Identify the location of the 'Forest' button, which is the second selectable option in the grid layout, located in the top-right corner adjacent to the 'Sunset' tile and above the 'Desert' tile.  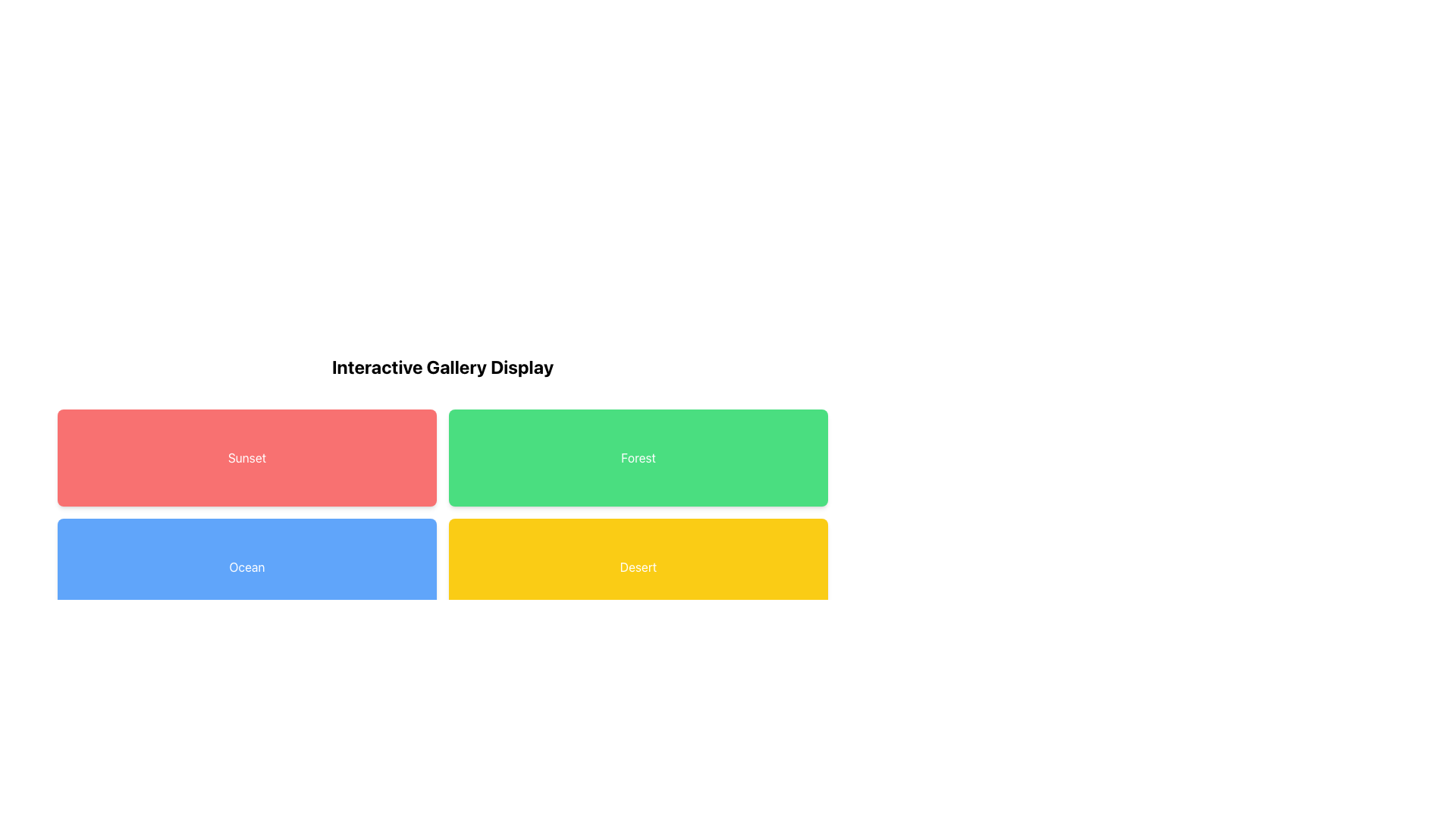
(638, 457).